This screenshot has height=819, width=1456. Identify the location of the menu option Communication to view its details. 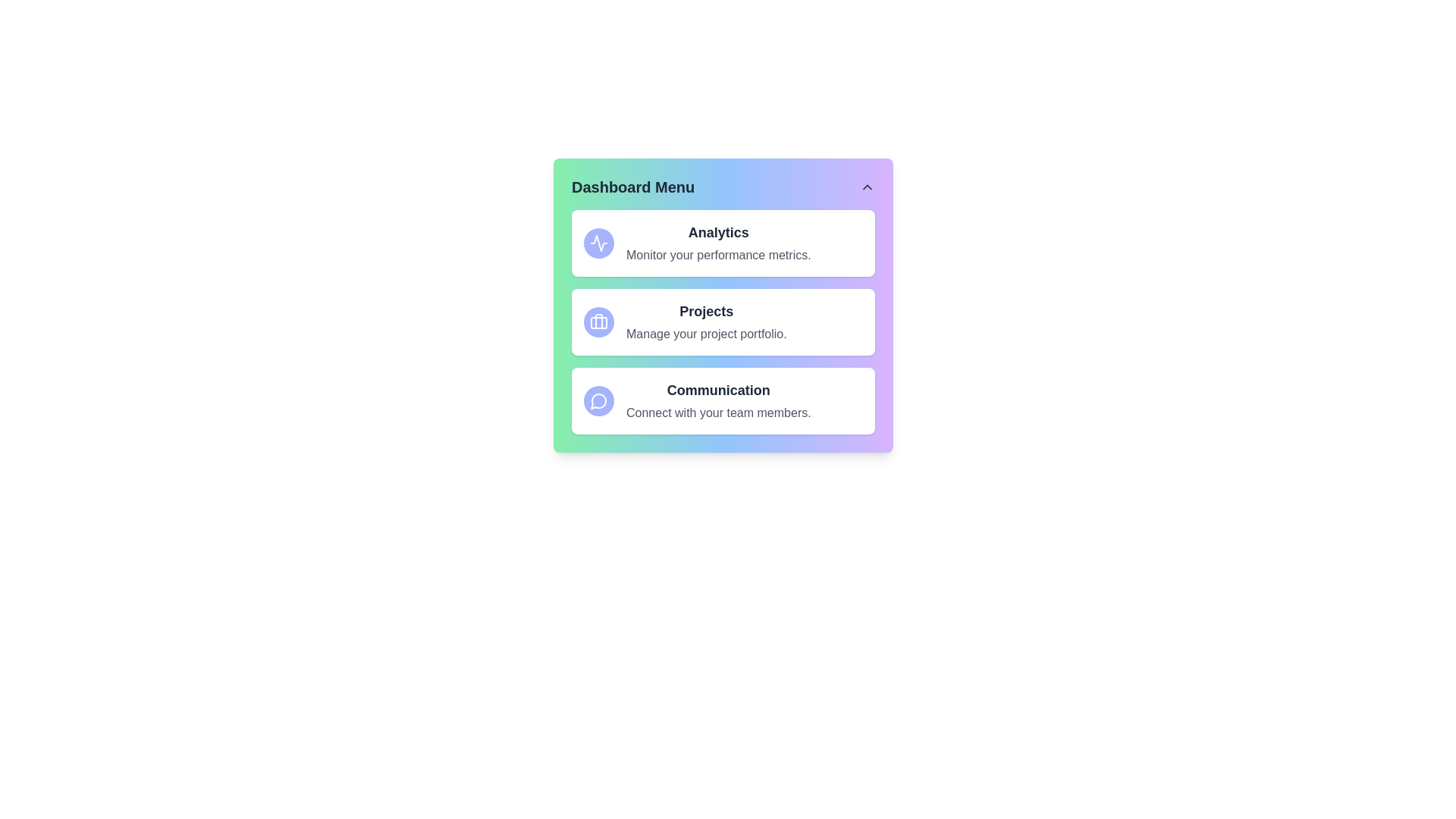
(723, 400).